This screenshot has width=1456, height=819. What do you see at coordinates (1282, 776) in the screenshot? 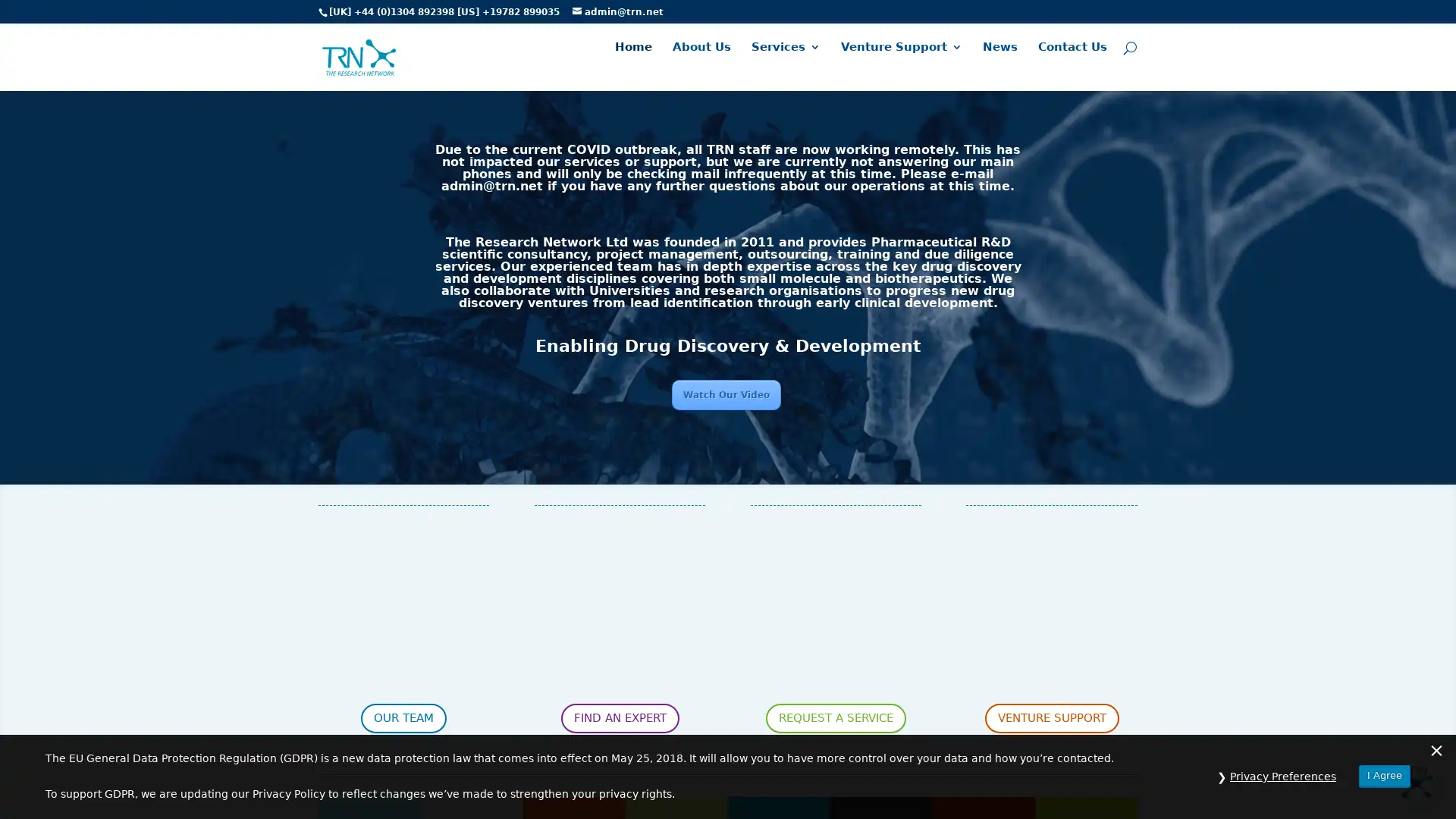
I see `Privacy Preferences` at bounding box center [1282, 776].